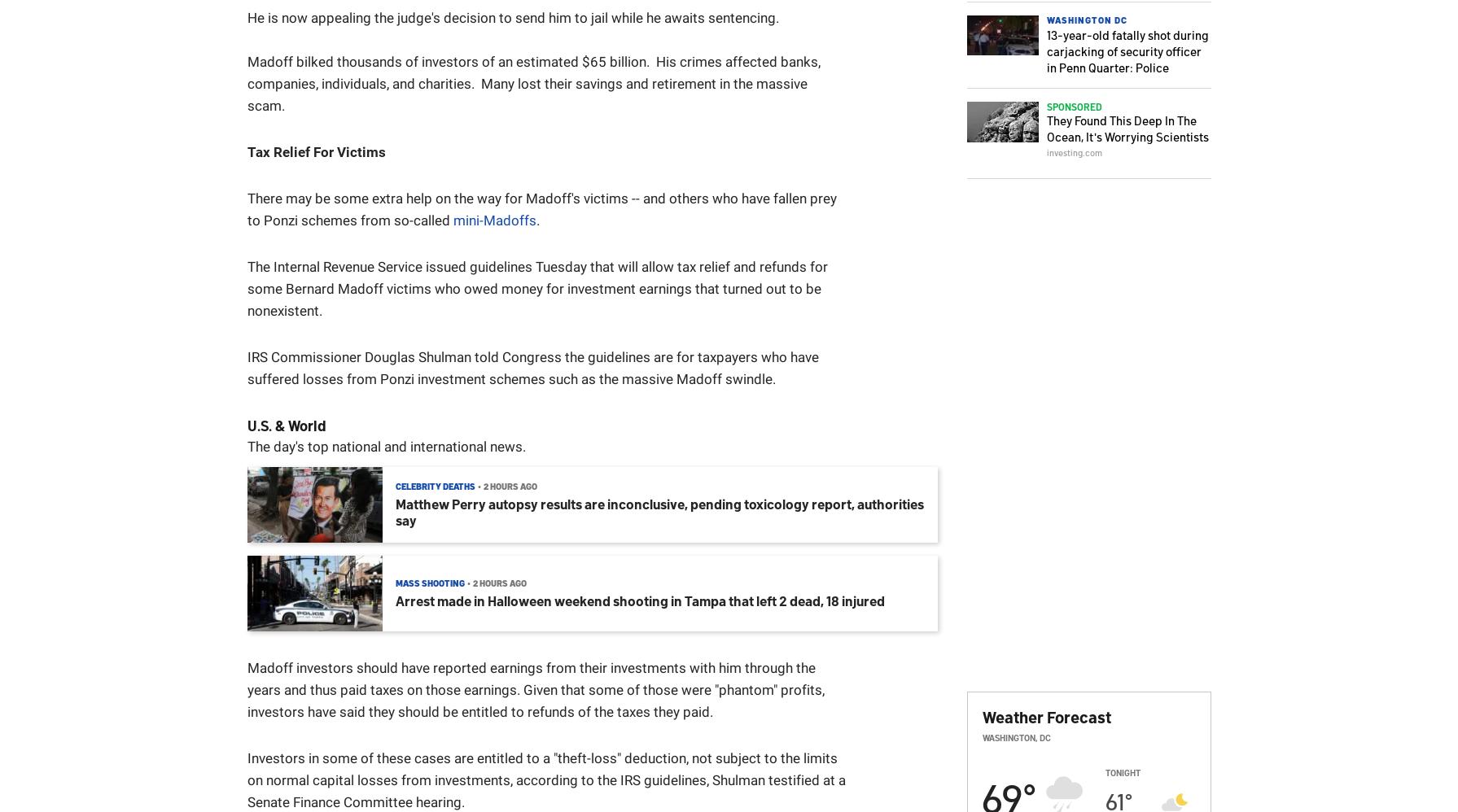 The image size is (1458, 812). Describe the element at coordinates (1085, 19) in the screenshot. I see `'Washington DC'` at that location.